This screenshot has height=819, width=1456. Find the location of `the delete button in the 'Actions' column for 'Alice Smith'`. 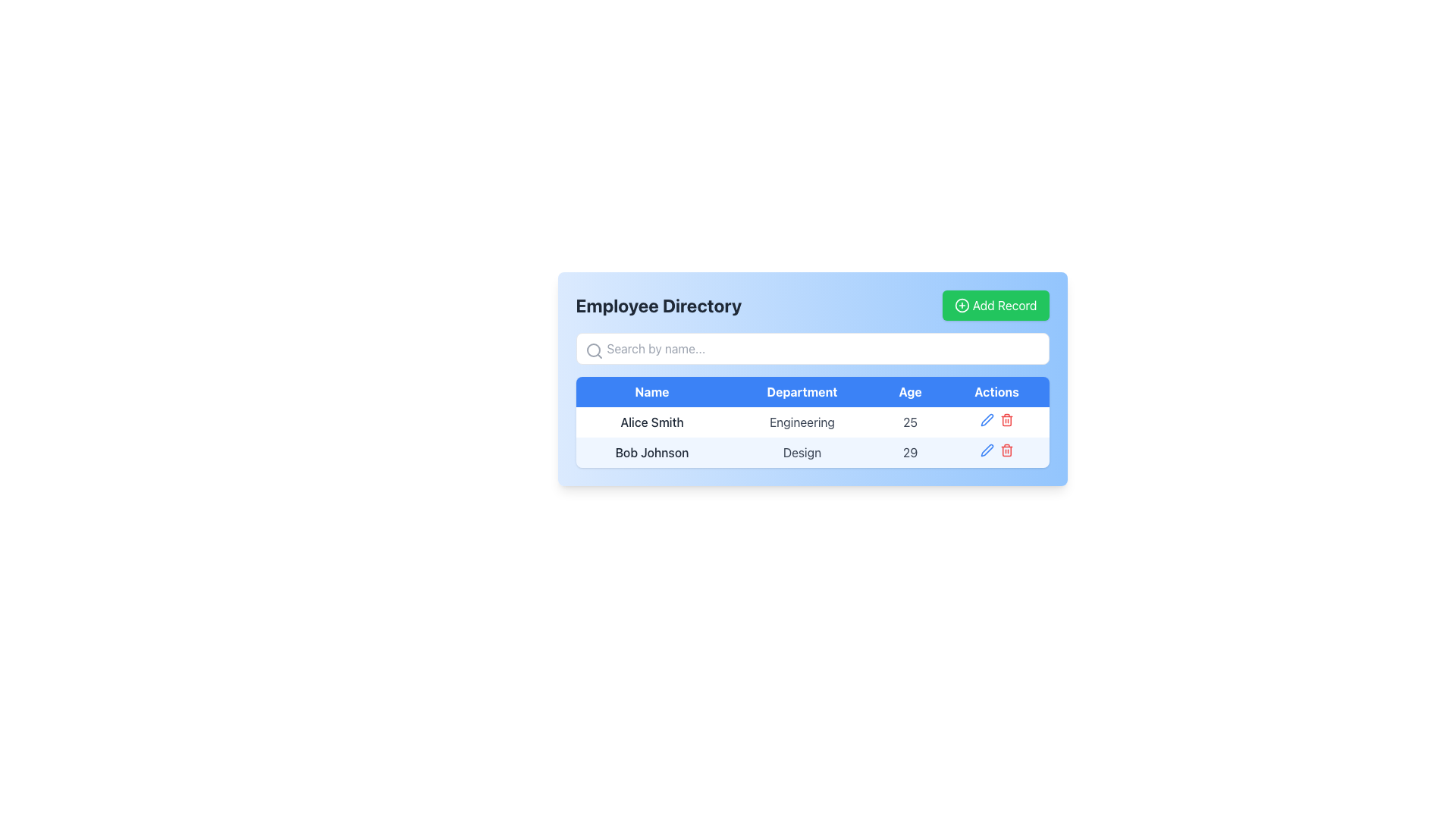

the delete button in the 'Actions' column for 'Alice Smith' is located at coordinates (996, 422).